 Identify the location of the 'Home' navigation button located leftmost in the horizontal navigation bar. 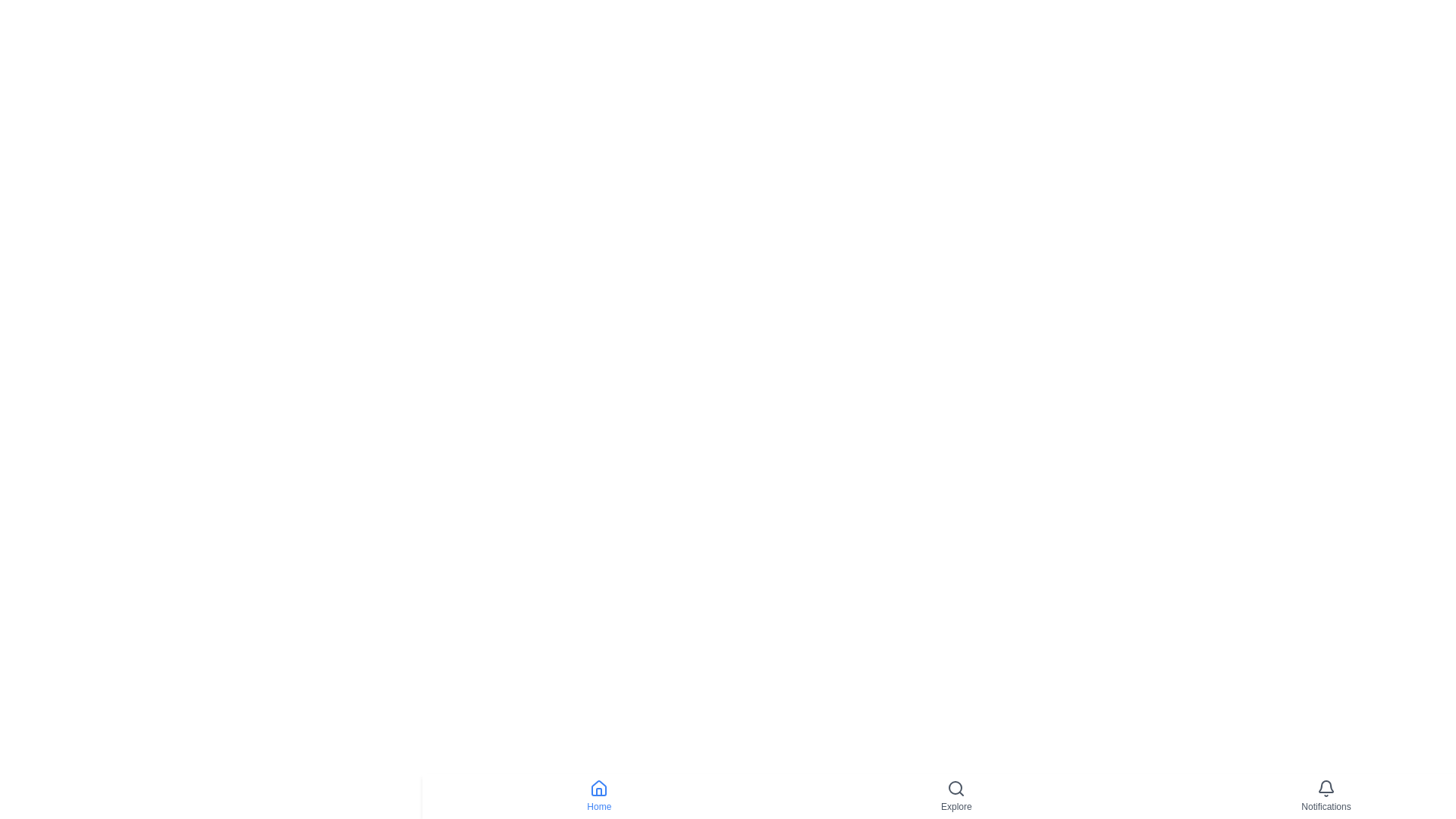
(598, 795).